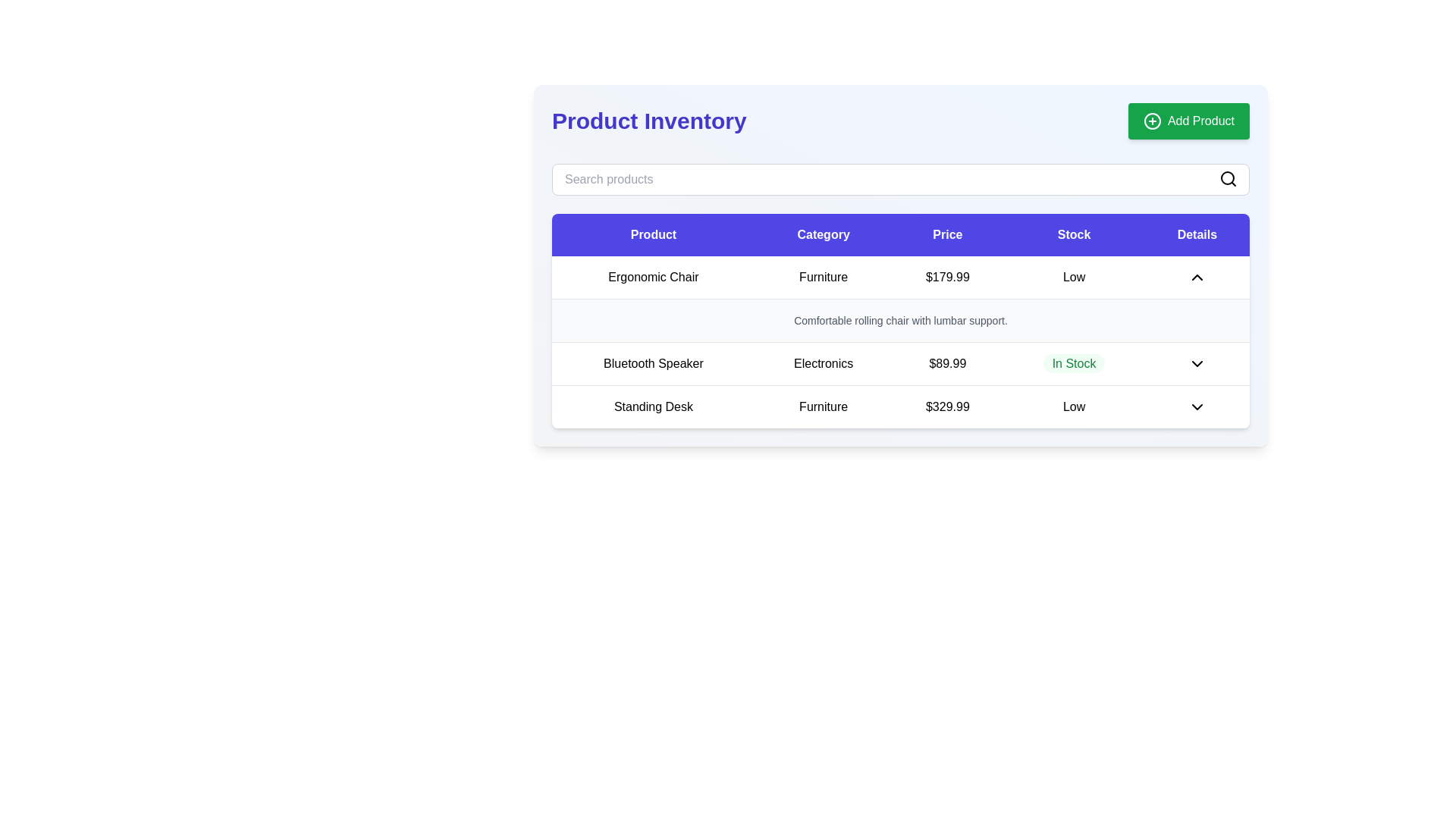 The image size is (1456, 819). I want to click on the downward-pointing black chevron icon, so click(1196, 406).